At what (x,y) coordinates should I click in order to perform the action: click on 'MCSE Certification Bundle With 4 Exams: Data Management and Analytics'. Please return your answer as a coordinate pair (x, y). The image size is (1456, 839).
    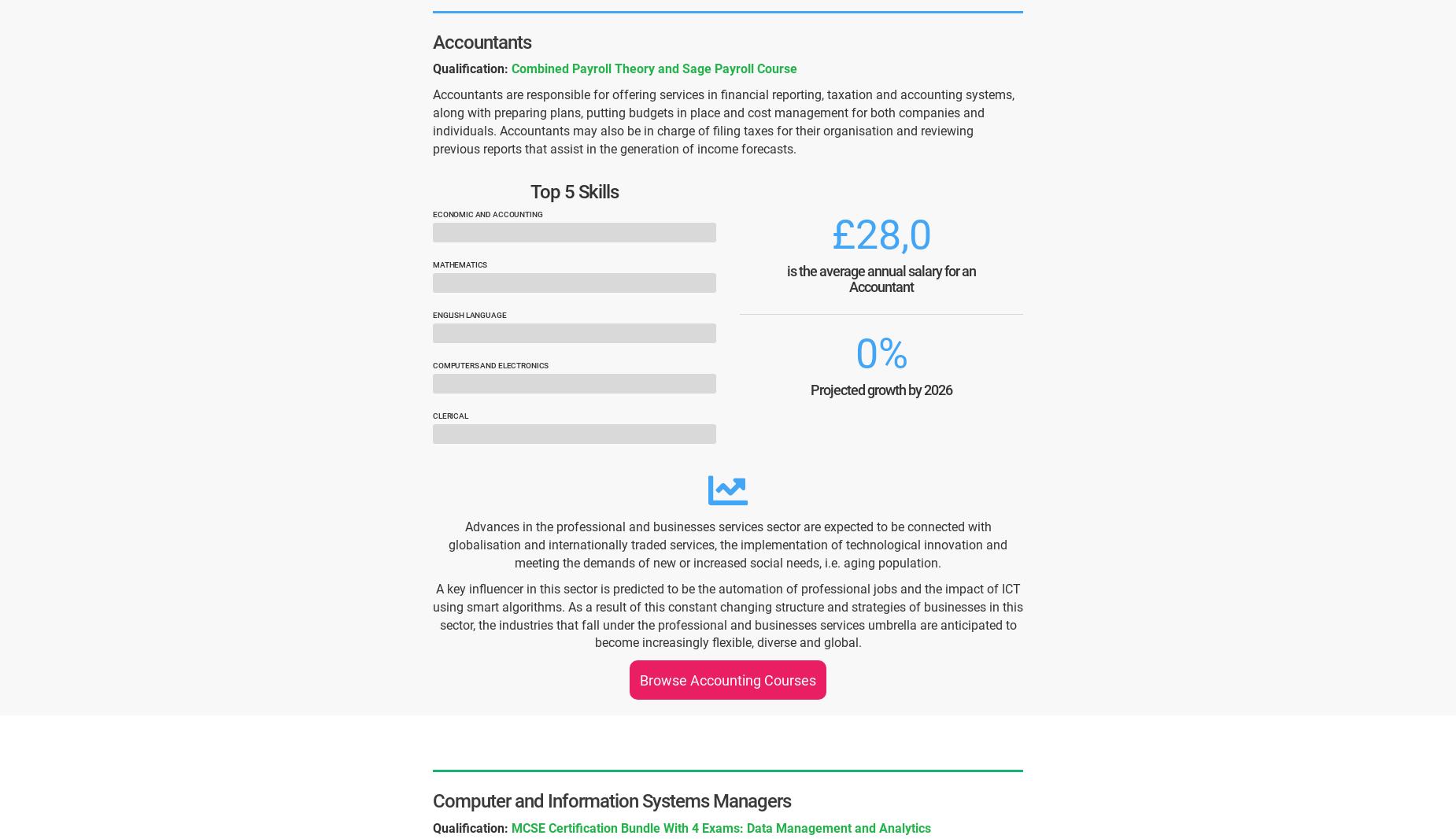
    Looking at the image, I should click on (721, 827).